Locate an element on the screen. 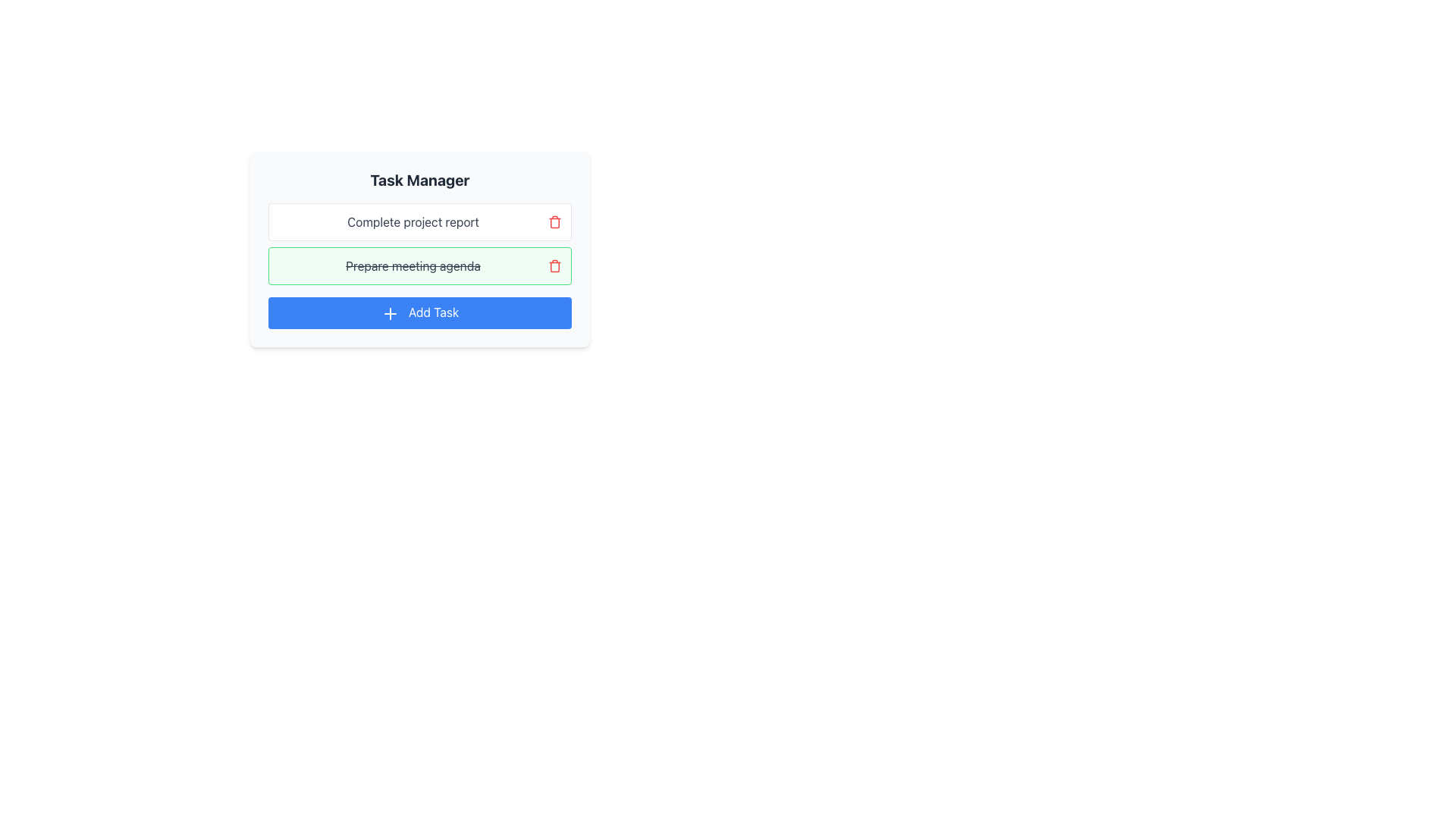 The image size is (1456, 819). the red trash icon is located at coordinates (554, 265).